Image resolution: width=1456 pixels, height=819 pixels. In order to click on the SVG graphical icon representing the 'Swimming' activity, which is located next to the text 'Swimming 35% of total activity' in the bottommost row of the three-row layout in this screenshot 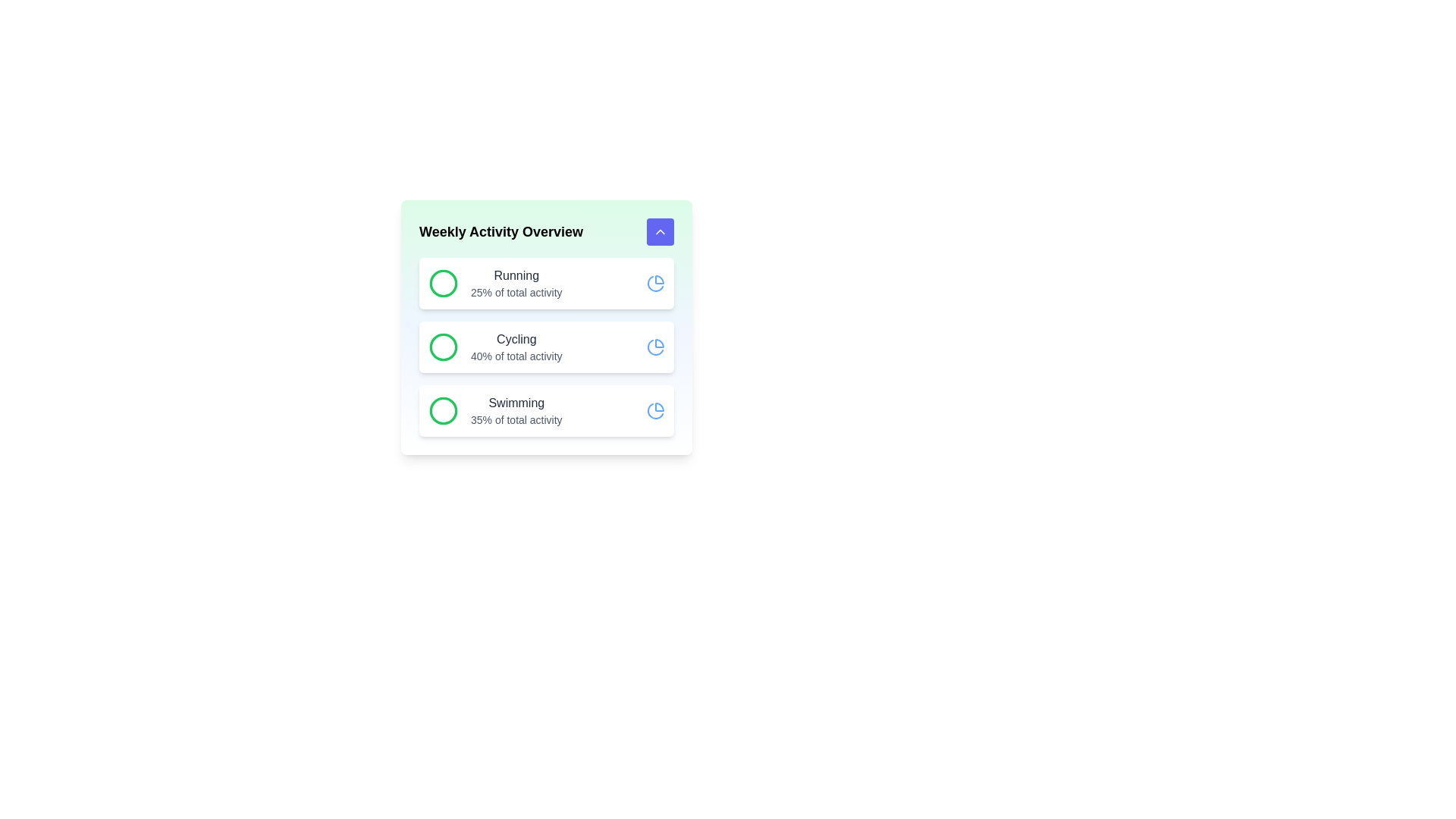, I will do `click(443, 411)`.